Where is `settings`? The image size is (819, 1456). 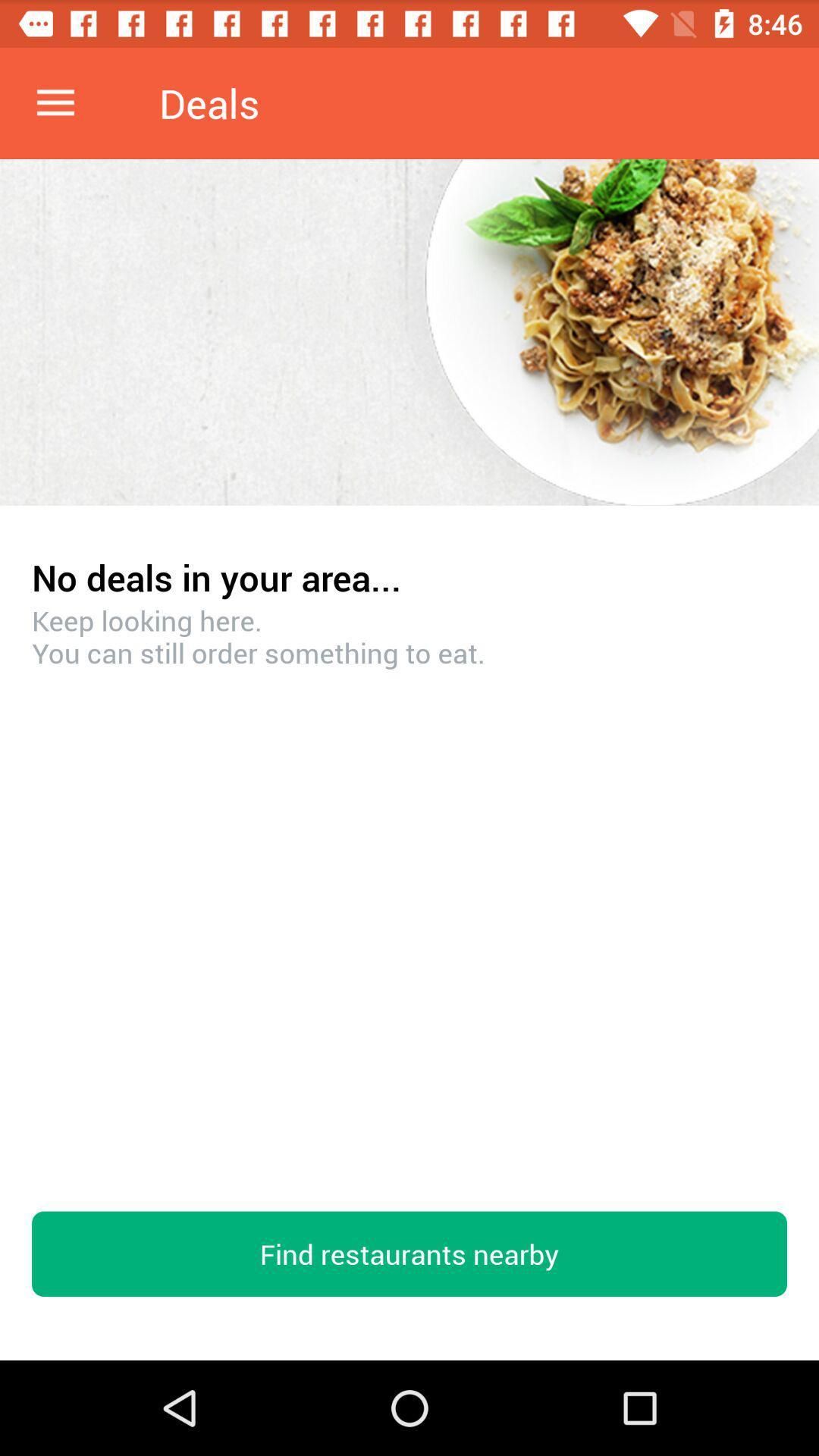
settings is located at coordinates (55, 102).